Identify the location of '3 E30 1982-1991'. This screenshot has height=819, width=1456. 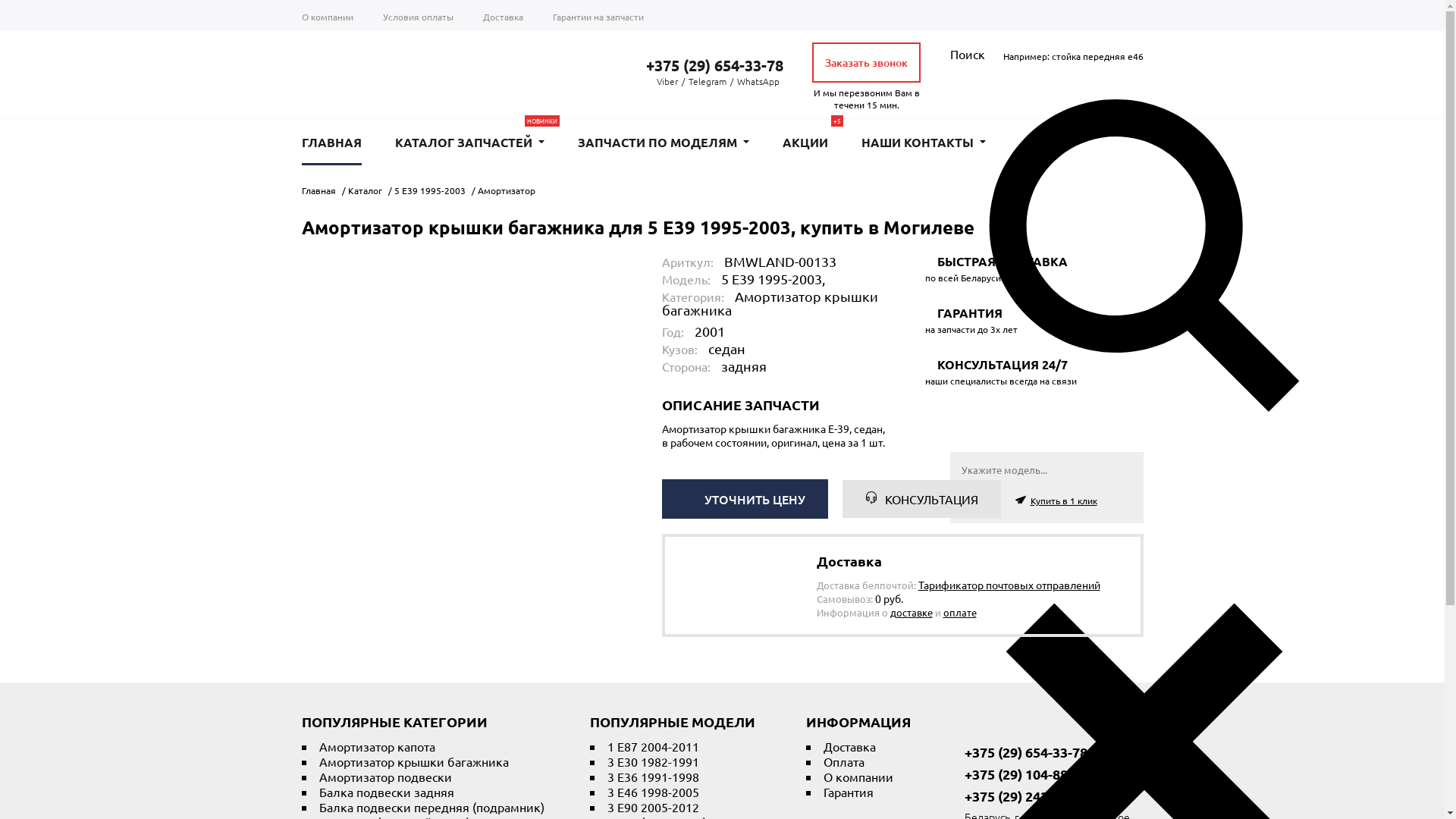
(652, 761).